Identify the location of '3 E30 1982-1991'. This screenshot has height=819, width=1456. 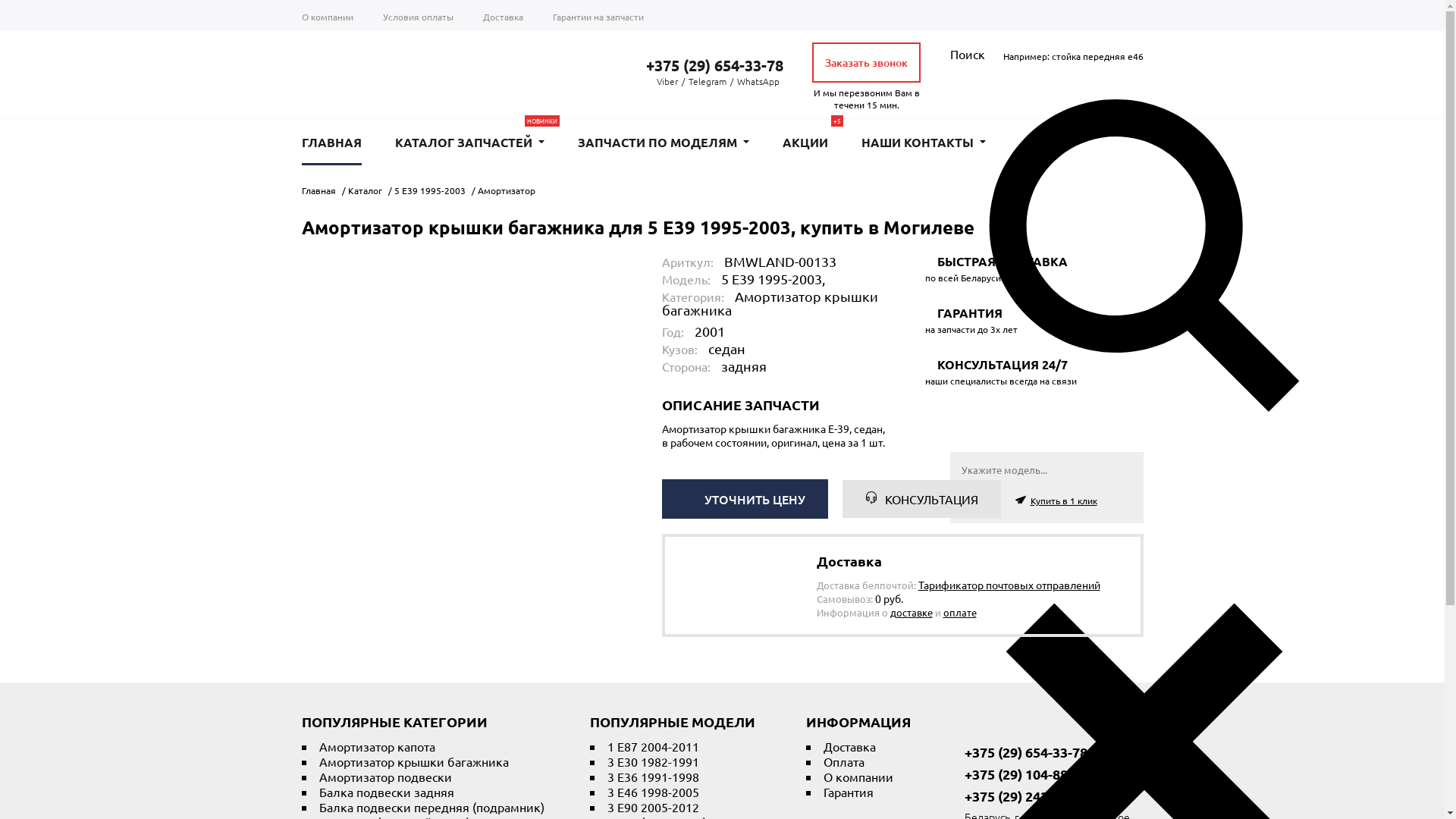
(652, 761).